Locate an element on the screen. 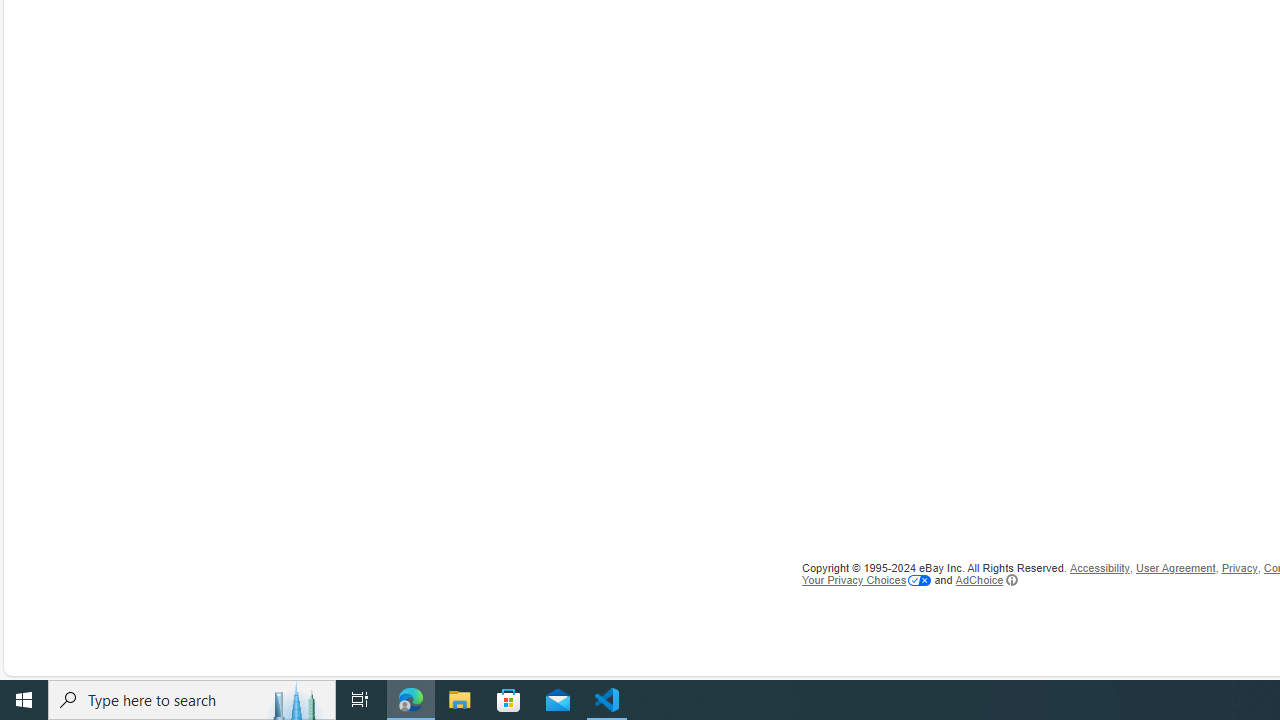 The height and width of the screenshot is (720, 1280). 'AdChoice' is located at coordinates (986, 579).